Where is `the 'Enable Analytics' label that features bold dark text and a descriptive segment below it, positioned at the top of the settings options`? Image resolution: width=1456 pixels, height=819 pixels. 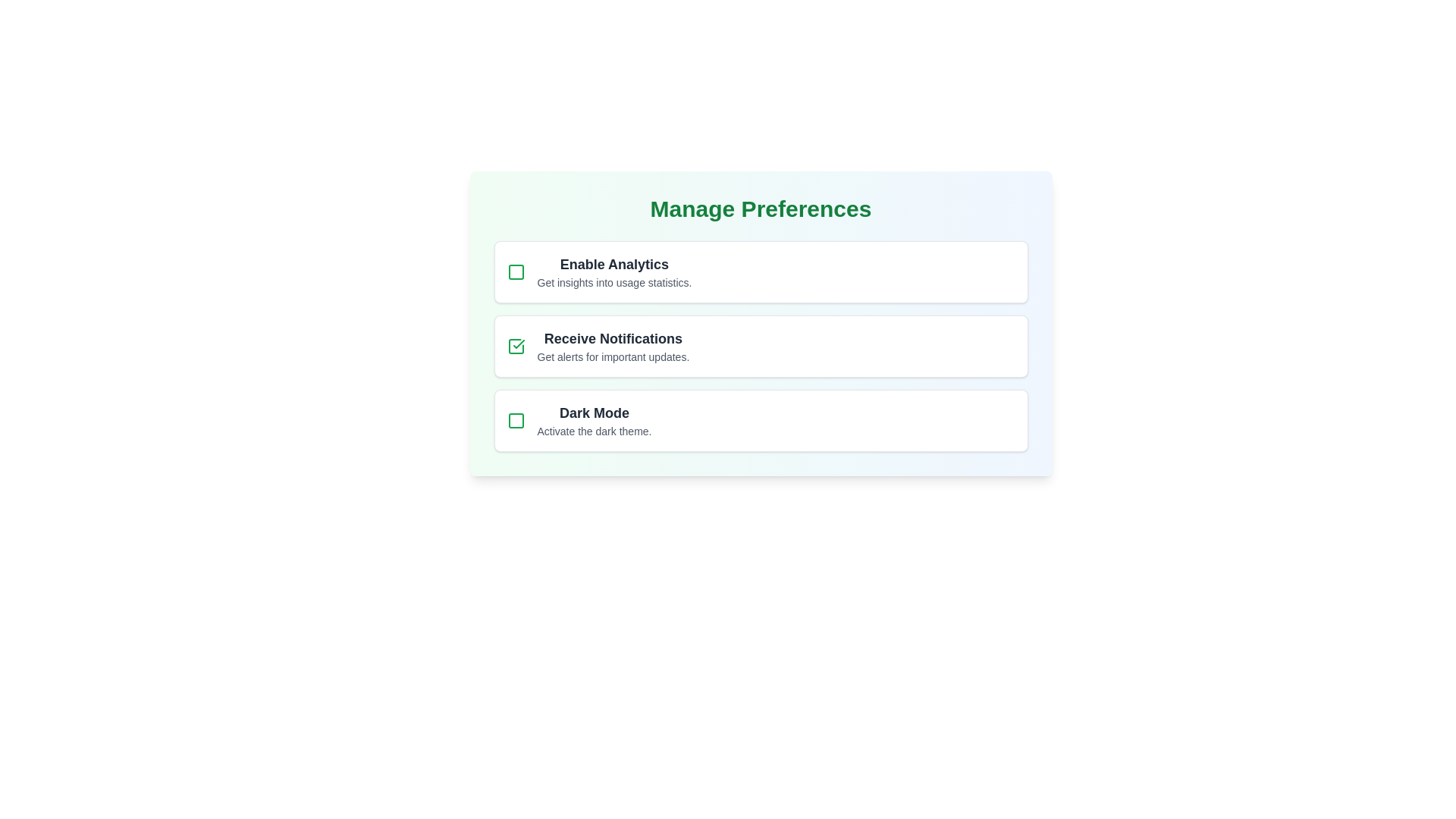
the 'Enable Analytics' label that features bold dark text and a descriptive segment below it, positioned at the top of the settings options is located at coordinates (614, 271).